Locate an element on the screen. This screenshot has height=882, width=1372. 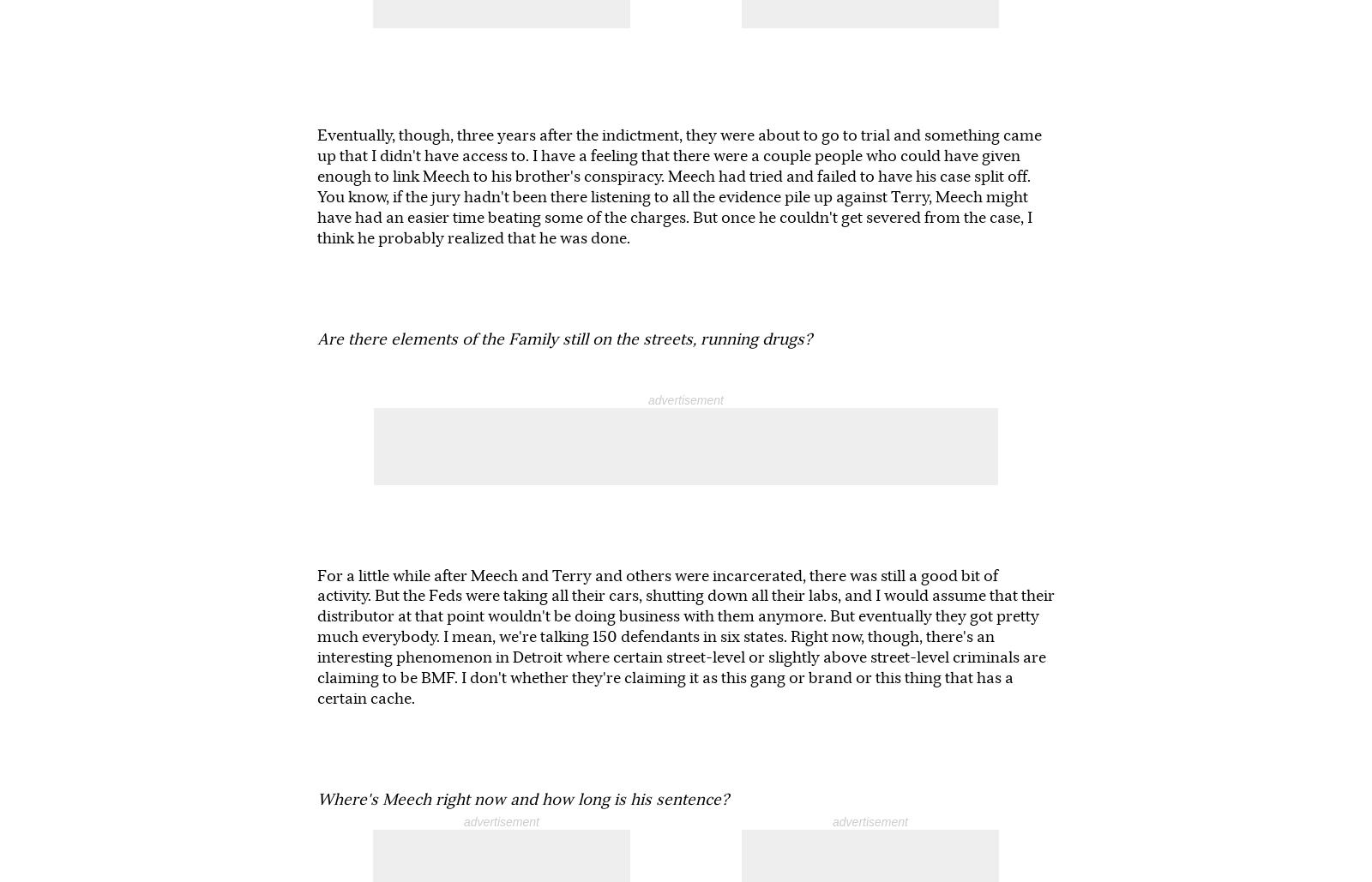
'BMF: The Rise and Fall of Big Meech and the Black Mafia Family.' is located at coordinates (783, 689).